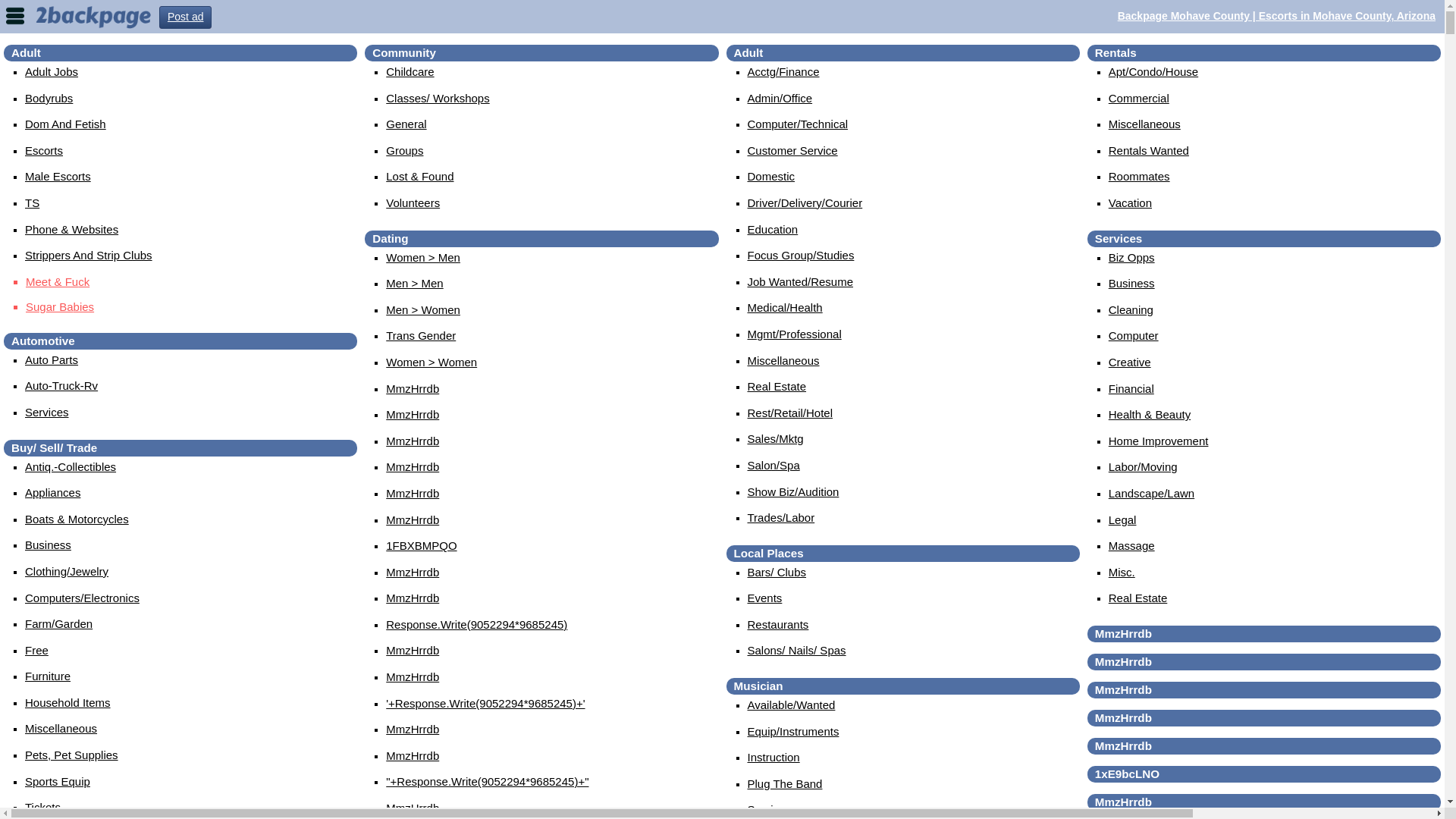 The image size is (1456, 819). What do you see at coordinates (1149, 150) in the screenshot?
I see `'Rentals Wanted'` at bounding box center [1149, 150].